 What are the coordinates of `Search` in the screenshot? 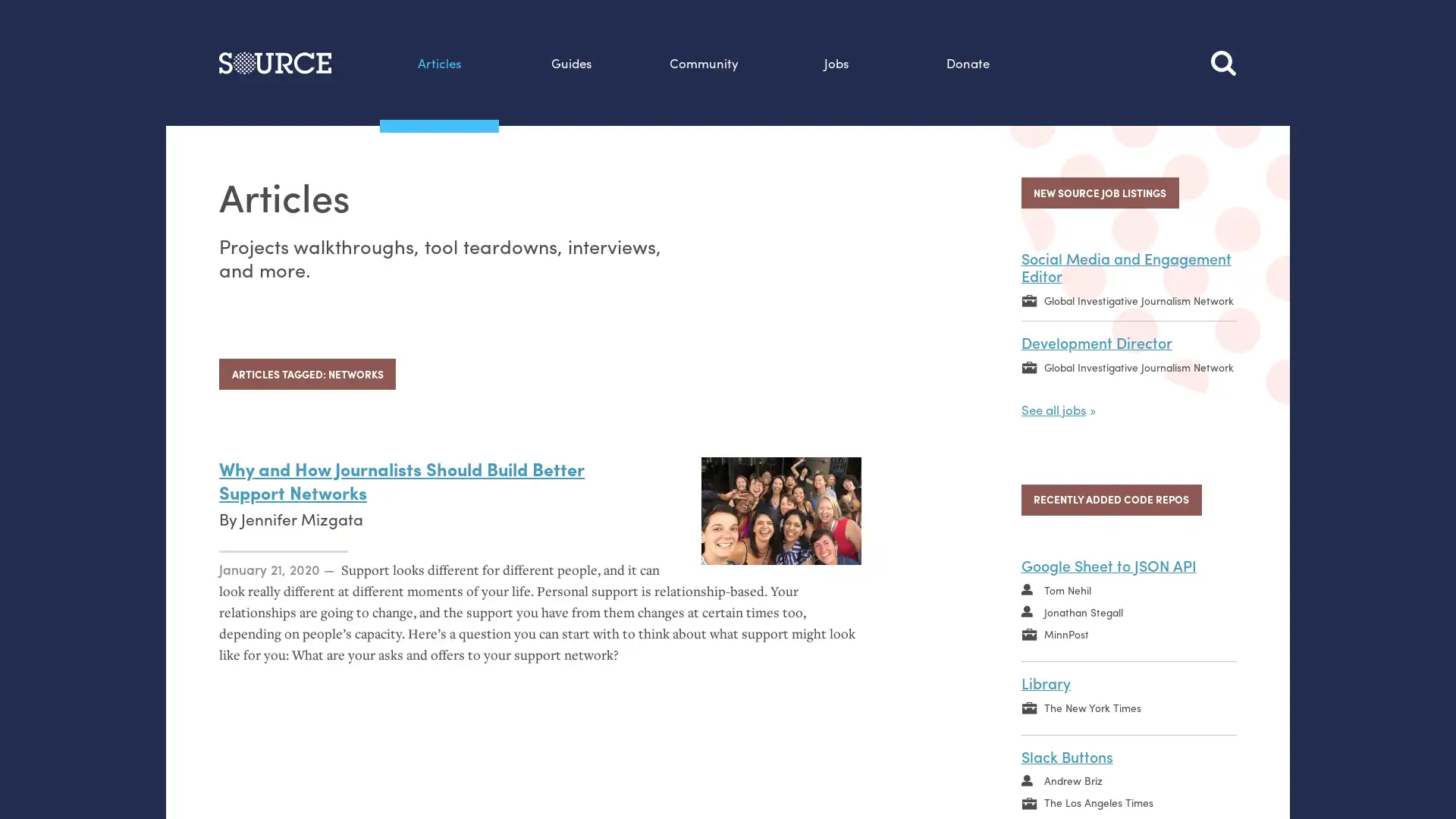 It's located at (1222, 197).